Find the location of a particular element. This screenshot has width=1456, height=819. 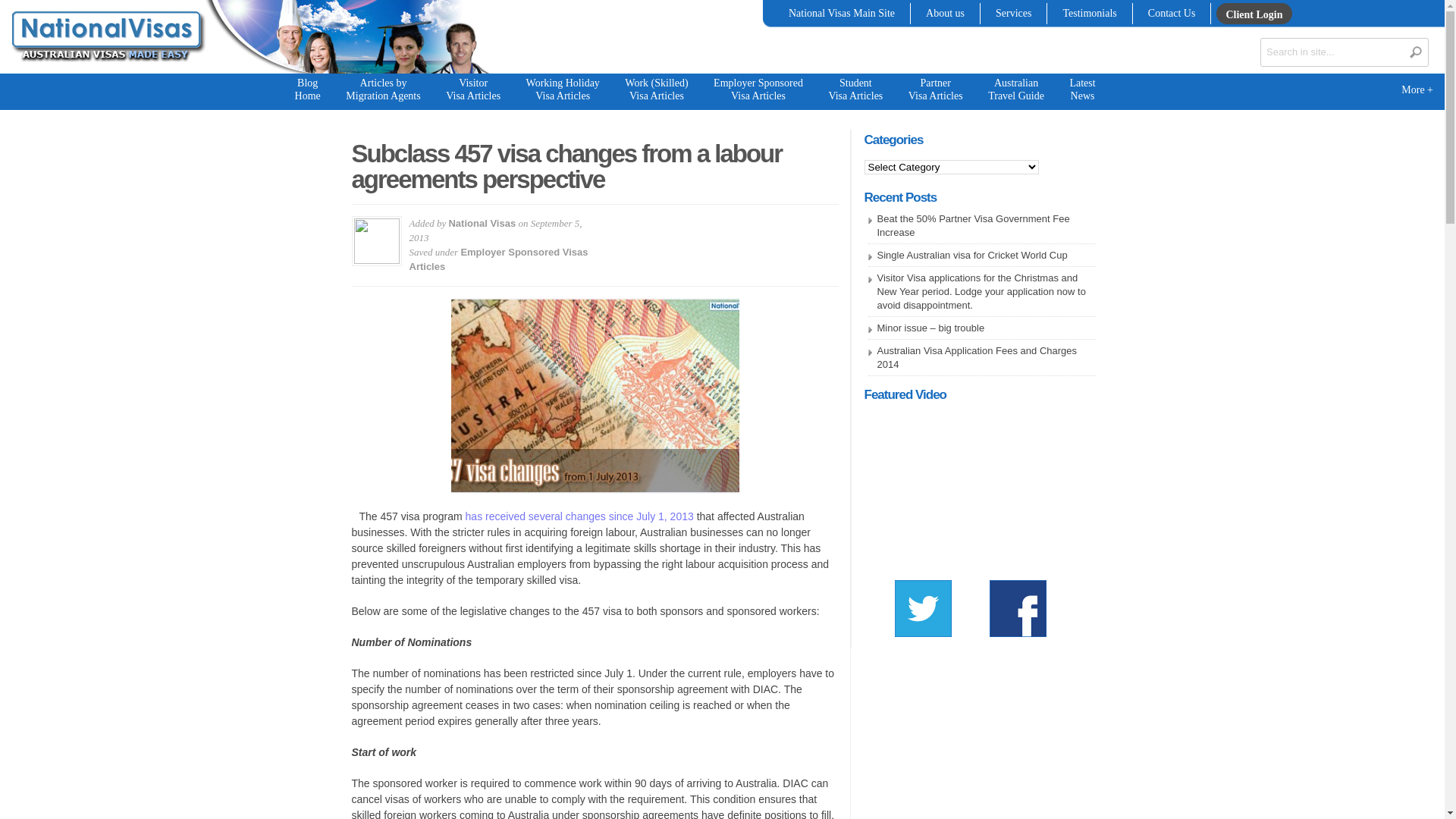

'Latest is located at coordinates (1081, 90).